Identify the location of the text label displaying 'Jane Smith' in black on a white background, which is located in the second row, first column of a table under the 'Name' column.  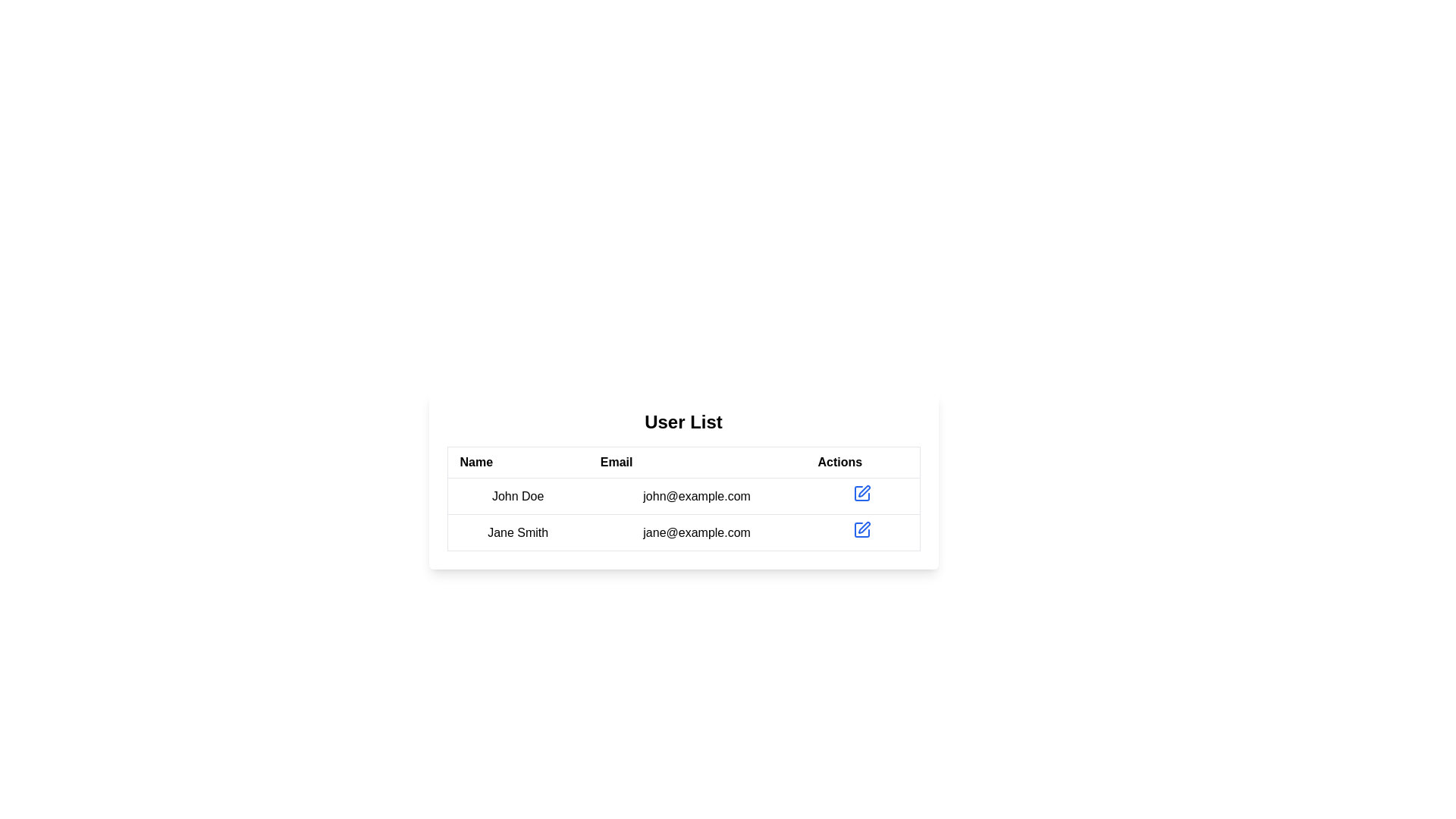
(517, 532).